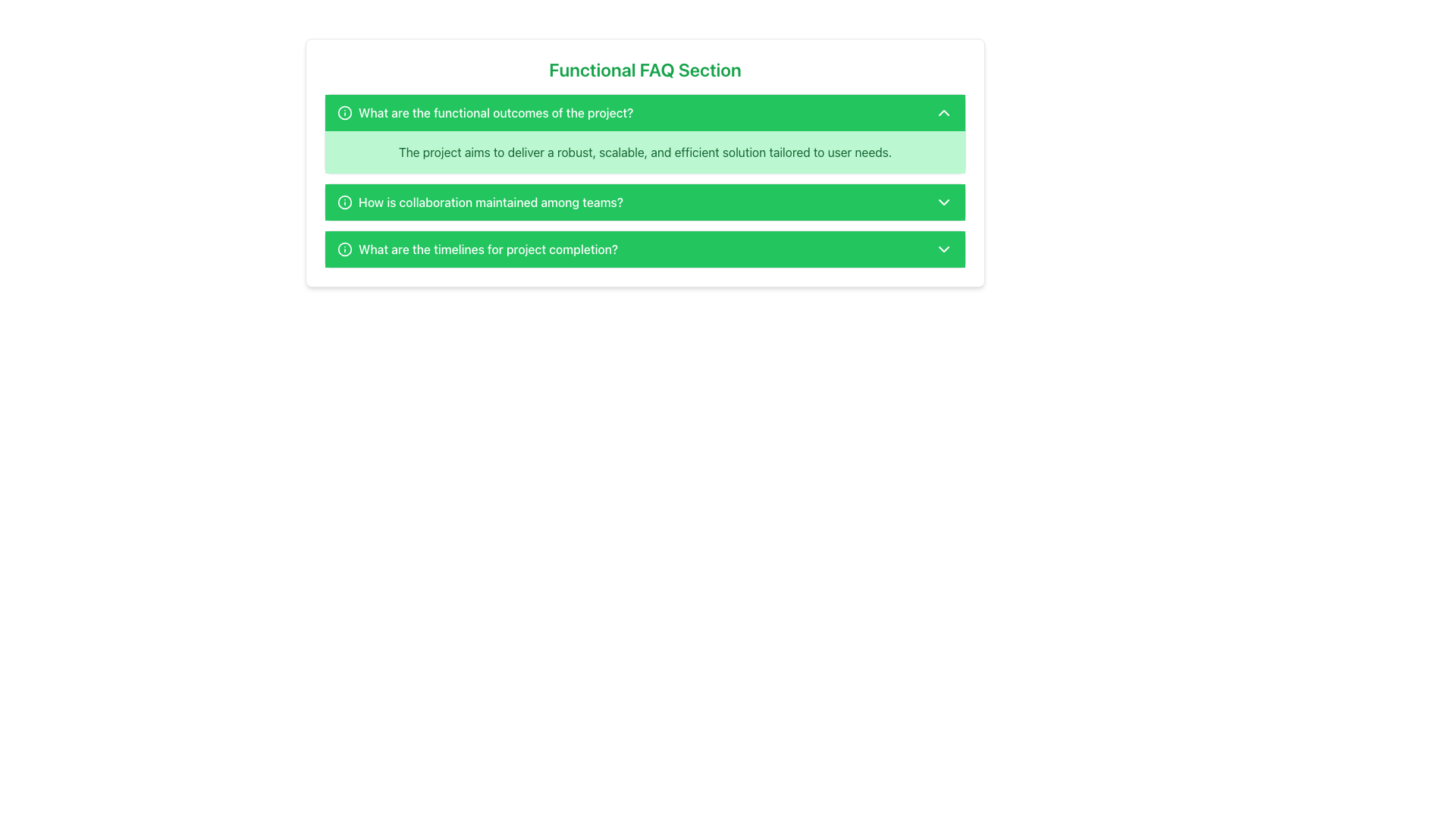 The width and height of the screenshot is (1456, 819). I want to click on the toggle button labeled 'What are the timelines for project completion?' located, so click(645, 248).